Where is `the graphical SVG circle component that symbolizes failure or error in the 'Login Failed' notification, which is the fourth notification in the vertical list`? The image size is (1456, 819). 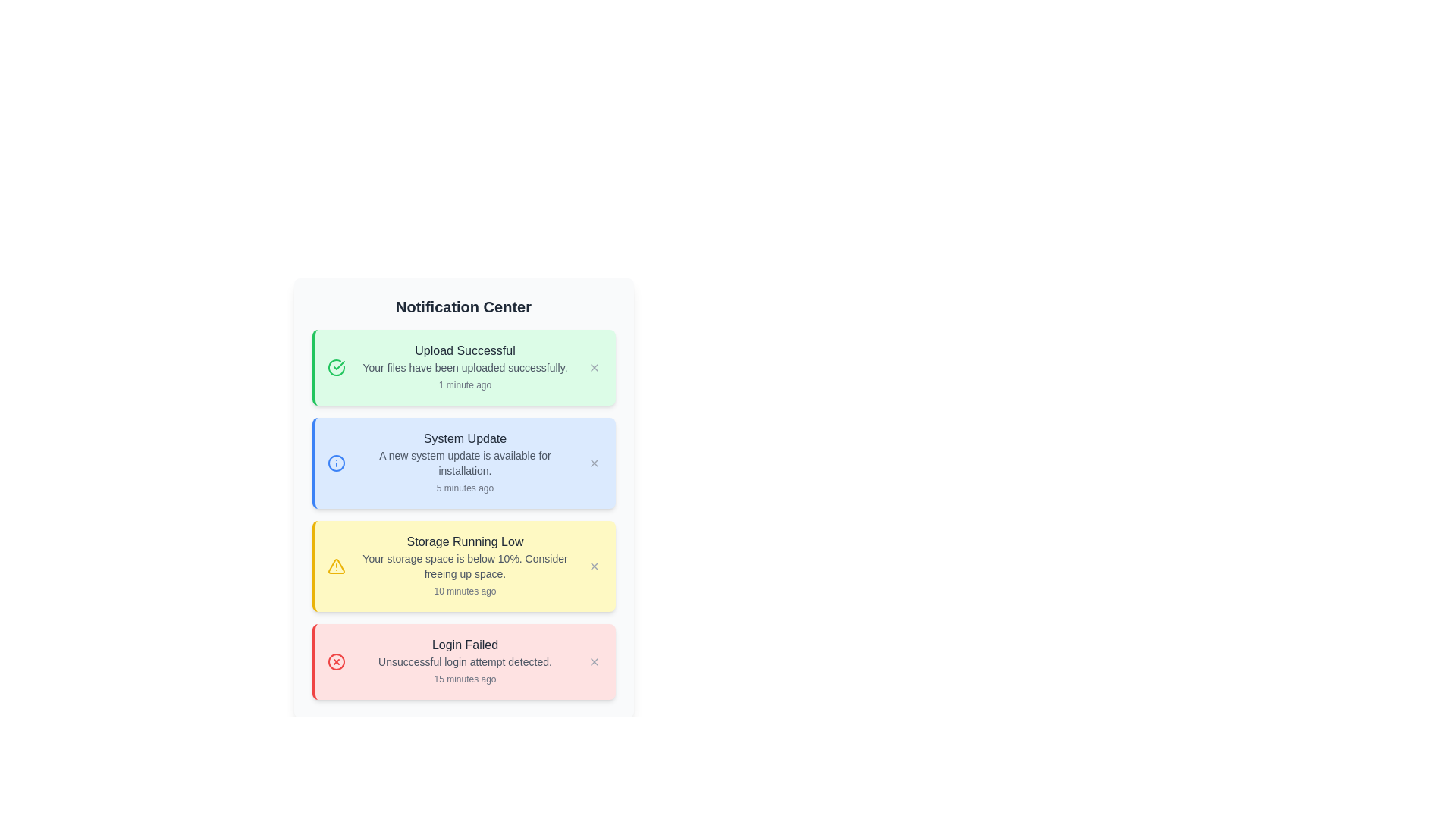 the graphical SVG circle component that symbolizes failure or error in the 'Login Failed' notification, which is the fourth notification in the vertical list is located at coordinates (335, 661).